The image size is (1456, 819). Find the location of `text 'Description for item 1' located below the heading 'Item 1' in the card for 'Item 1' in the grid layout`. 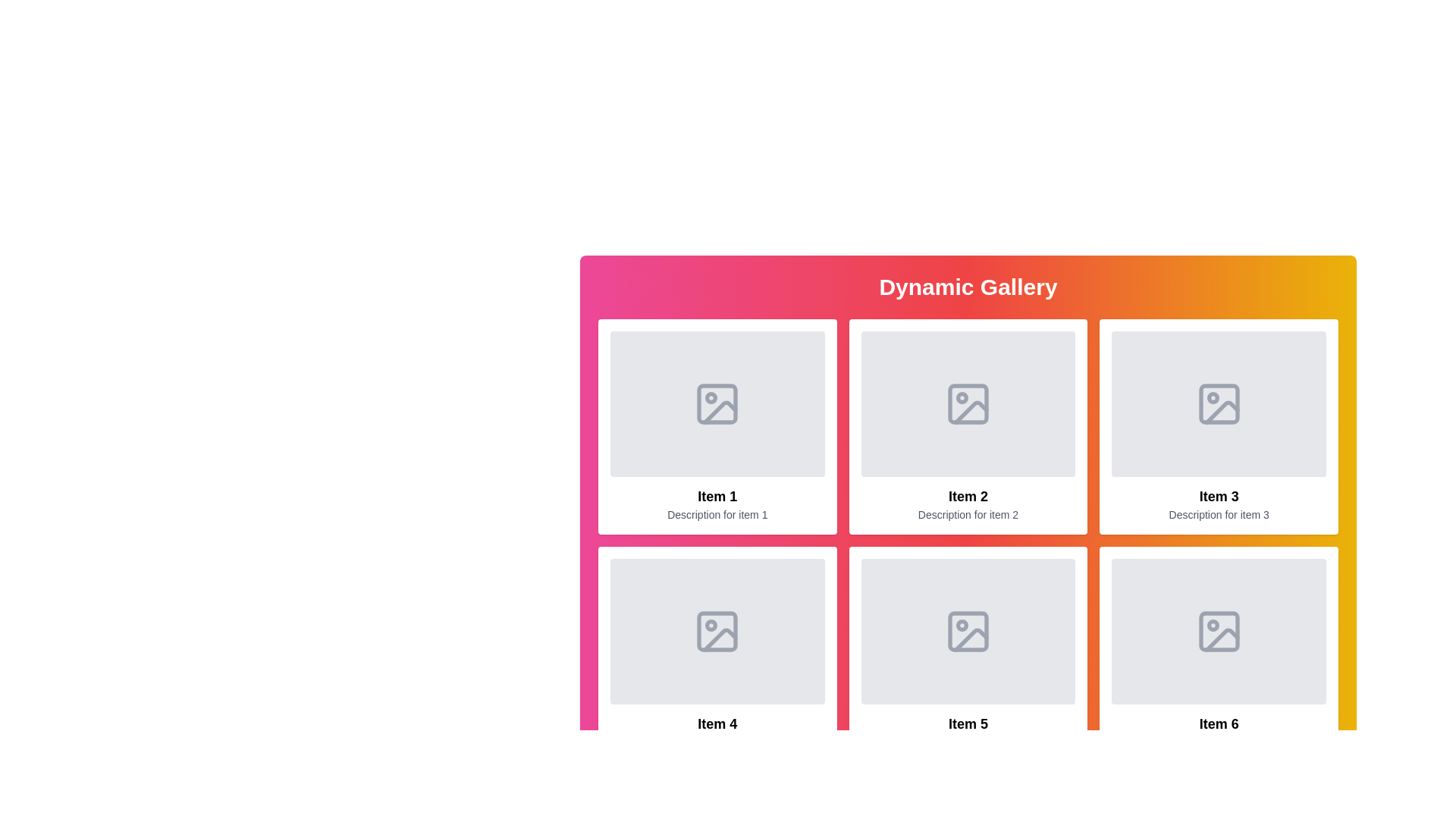

text 'Description for item 1' located below the heading 'Item 1' in the card for 'Item 1' in the grid layout is located at coordinates (717, 513).